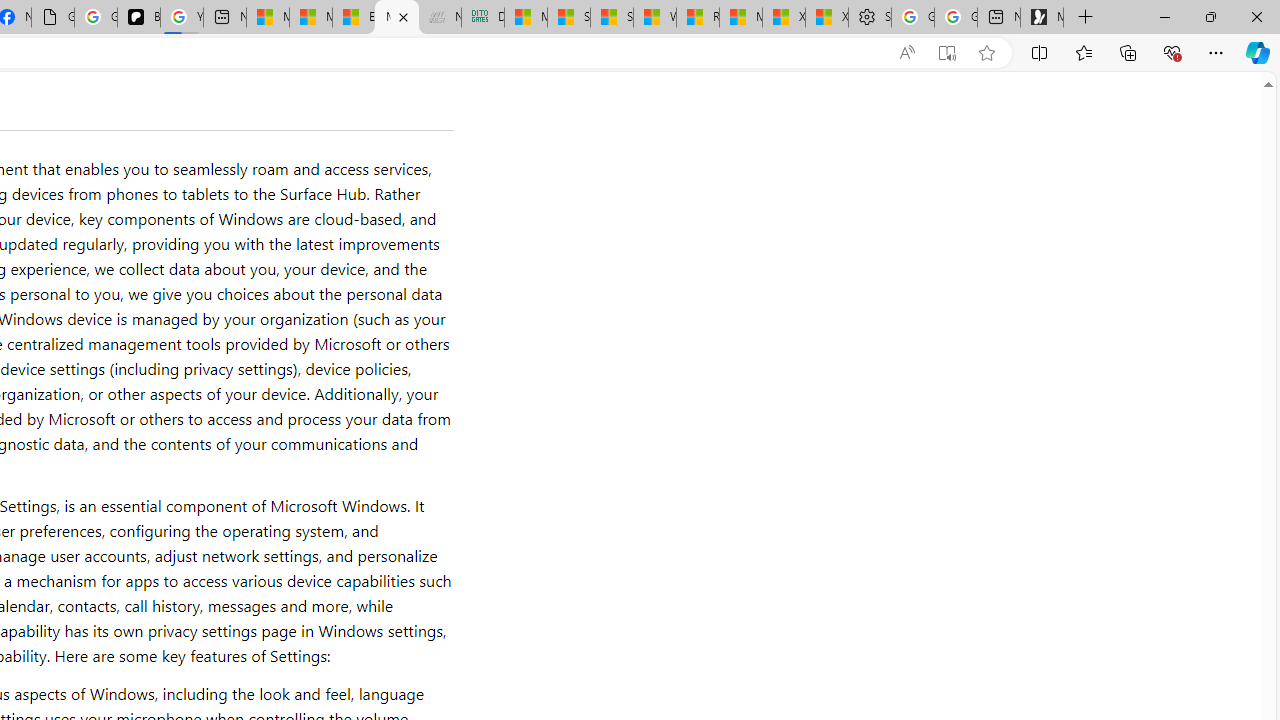 This screenshot has height=720, width=1280. Describe the element at coordinates (137, 17) in the screenshot. I see `'Be Smart | creating Science videos | Patreon'` at that location.